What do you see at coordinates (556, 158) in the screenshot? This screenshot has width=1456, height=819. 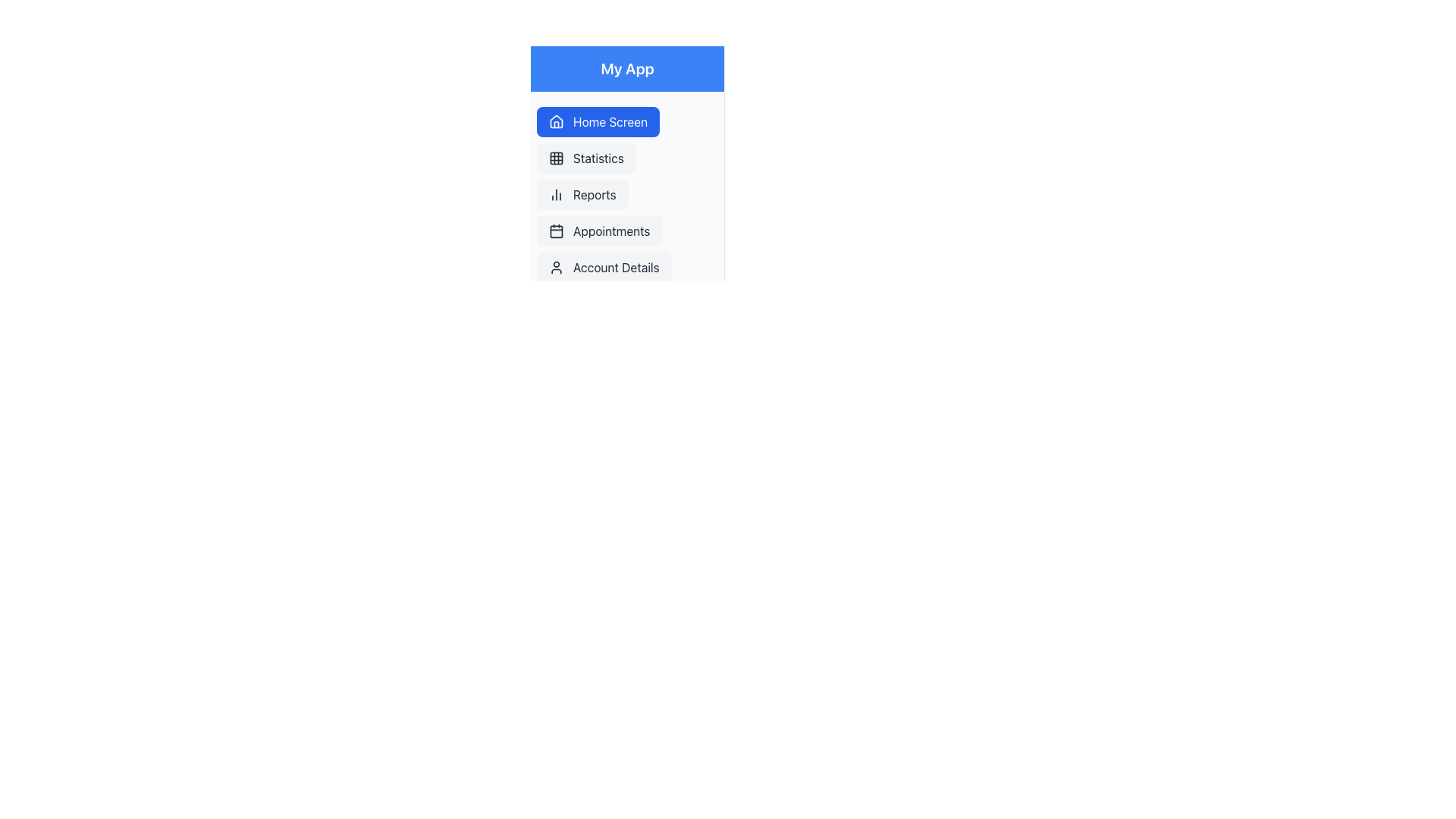 I see `the top-left square of the navigation grid interface in the sidebar` at bounding box center [556, 158].